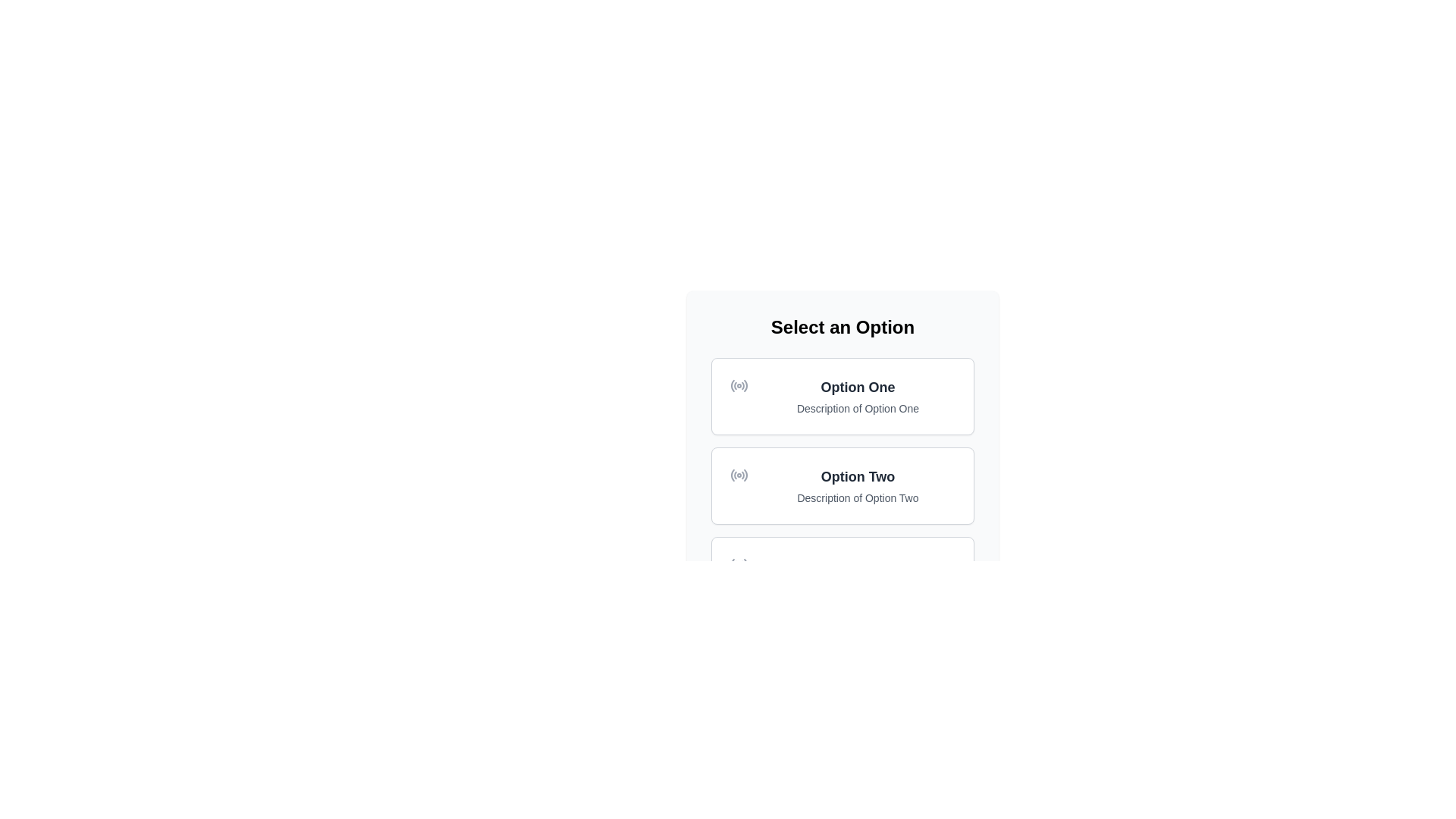 Image resolution: width=1456 pixels, height=819 pixels. Describe the element at coordinates (739, 385) in the screenshot. I see `the circular radio wave icon located to the left of the text 'Option One' in the 'Select an Option' interface` at that location.